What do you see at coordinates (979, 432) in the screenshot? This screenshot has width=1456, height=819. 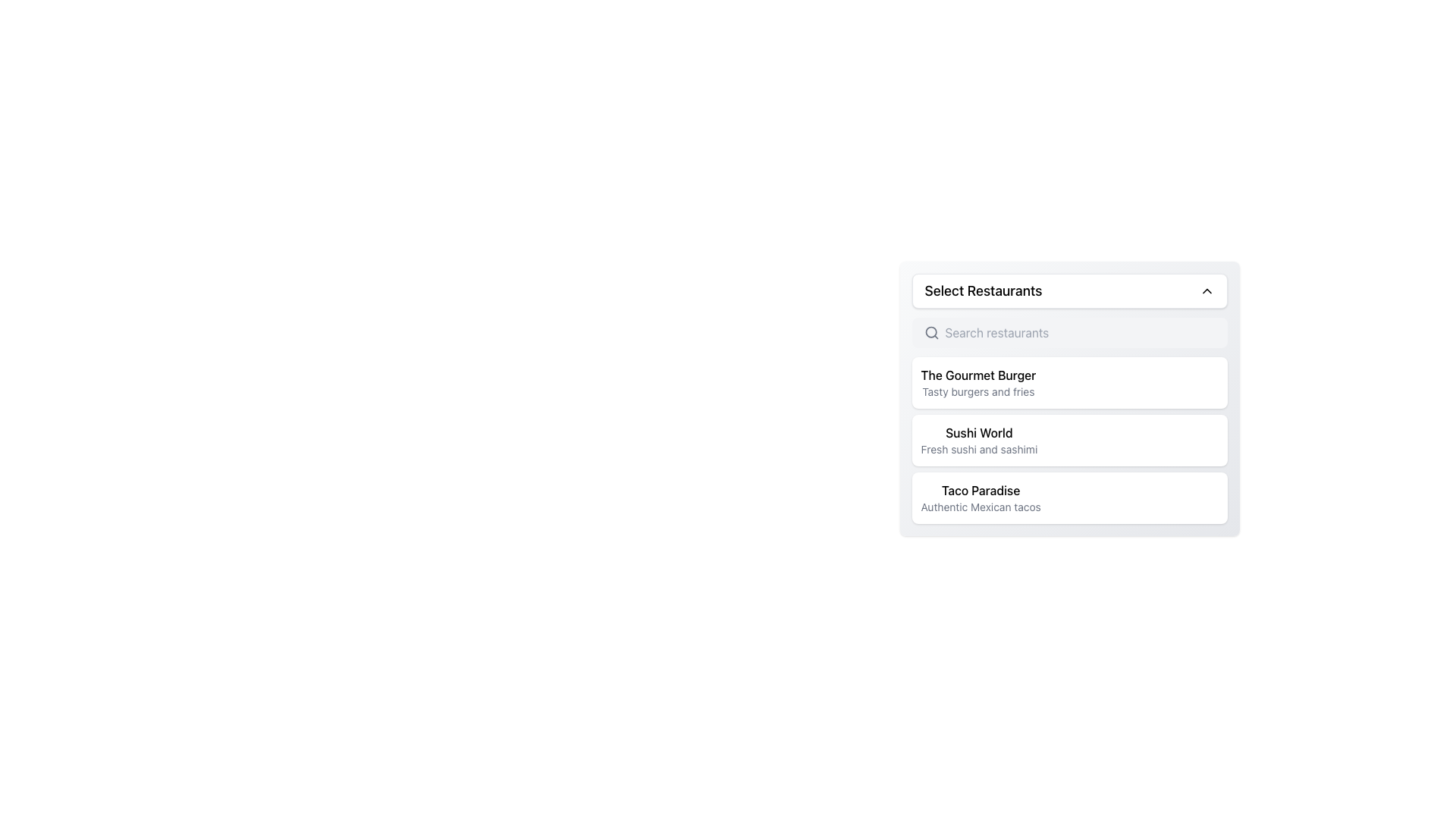 I see `the title text label for the restaurant selection option, positioned above 'Fresh sushi and sashimi' and within a selectable card in the list` at bounding box center [979, 432].